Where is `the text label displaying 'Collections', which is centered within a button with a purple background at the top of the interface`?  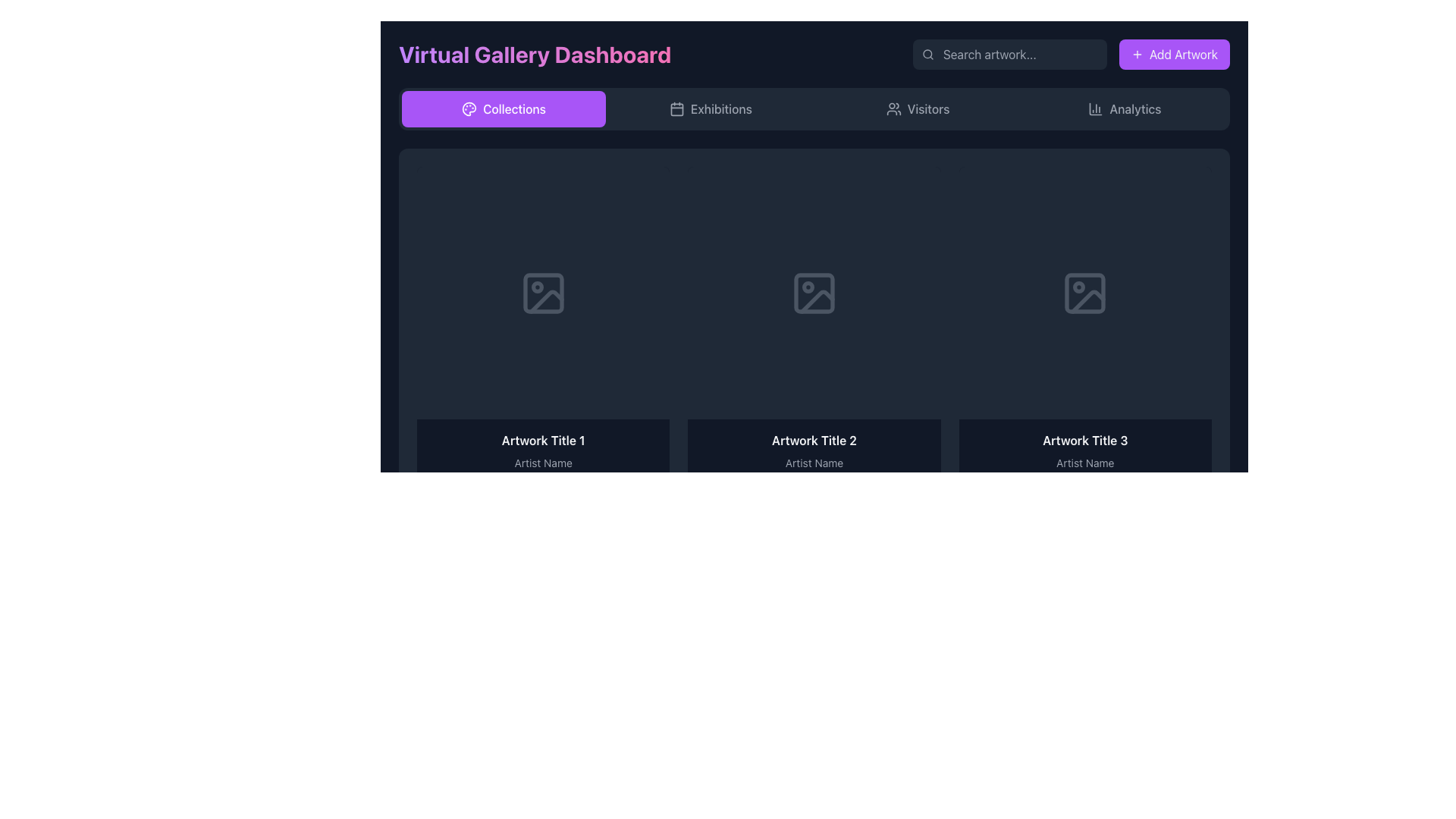 the text label displaying 'Collections', which is centered within a button with a purple background at the top of the interface is located at coordinates (514, 108).